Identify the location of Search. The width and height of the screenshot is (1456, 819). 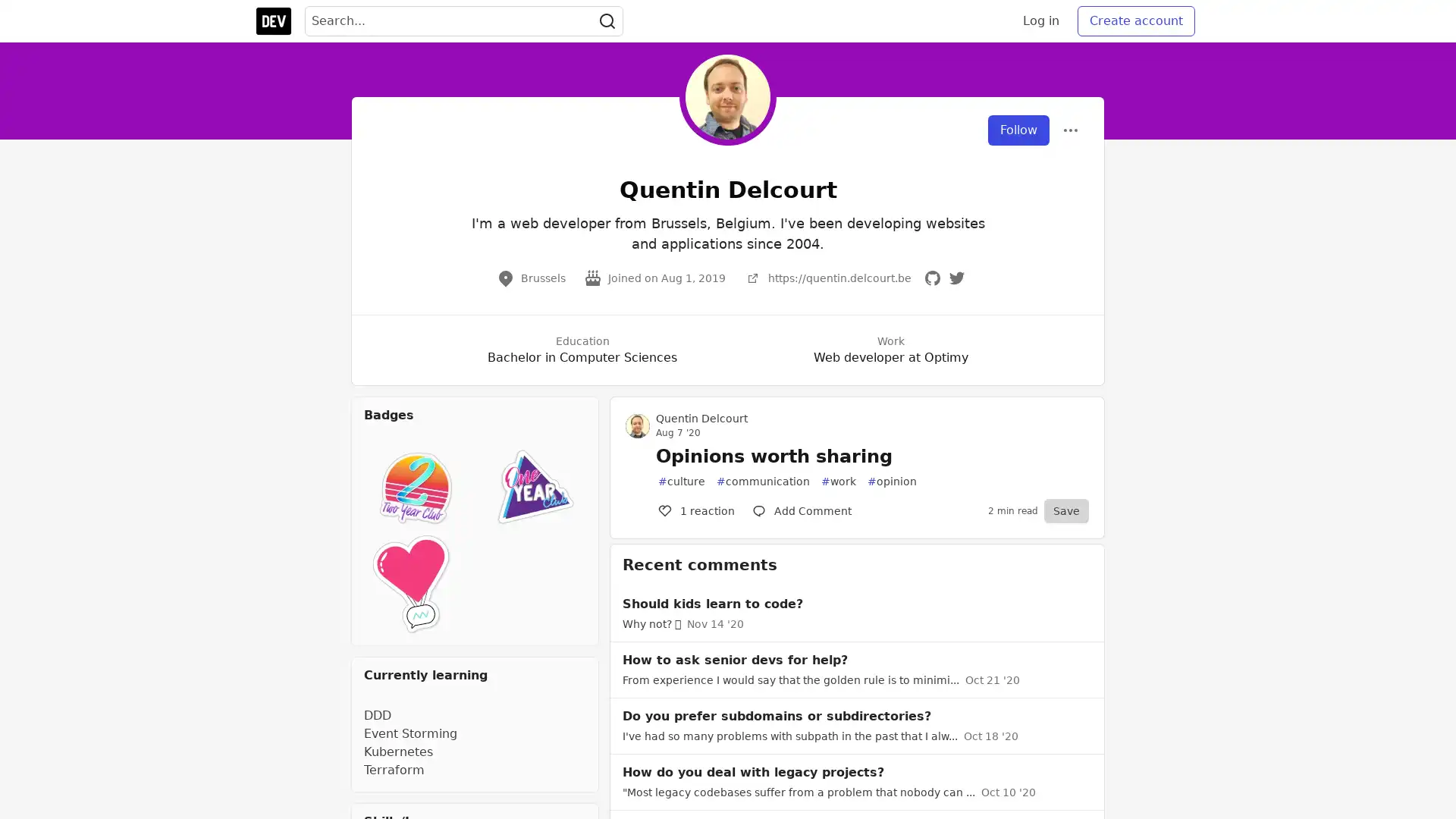
(607, 20).